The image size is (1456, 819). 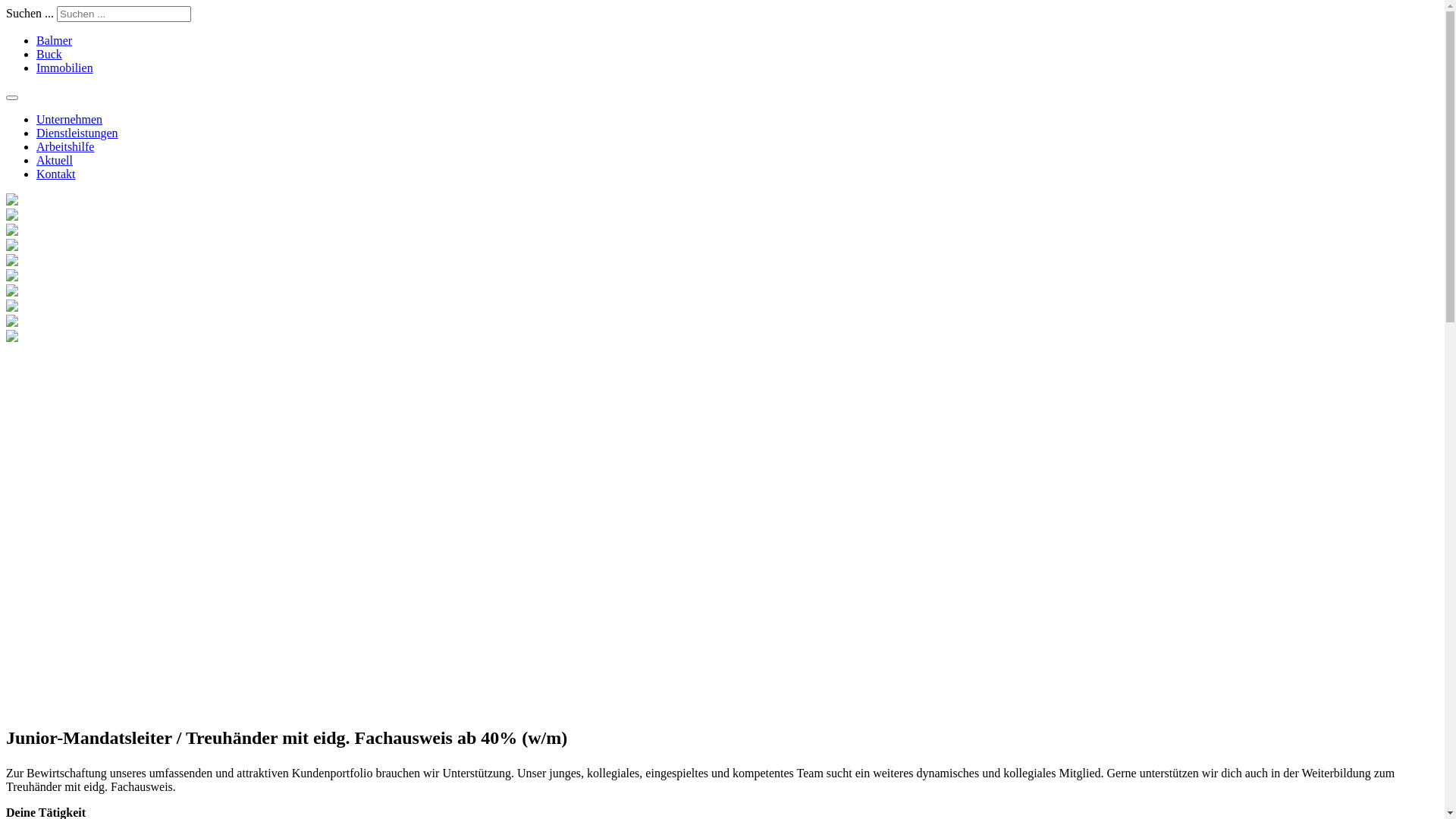 What do you see at coordinates (36, 53) in the screenshot?
I see `'Buck'` at bounding box center [36, 53].